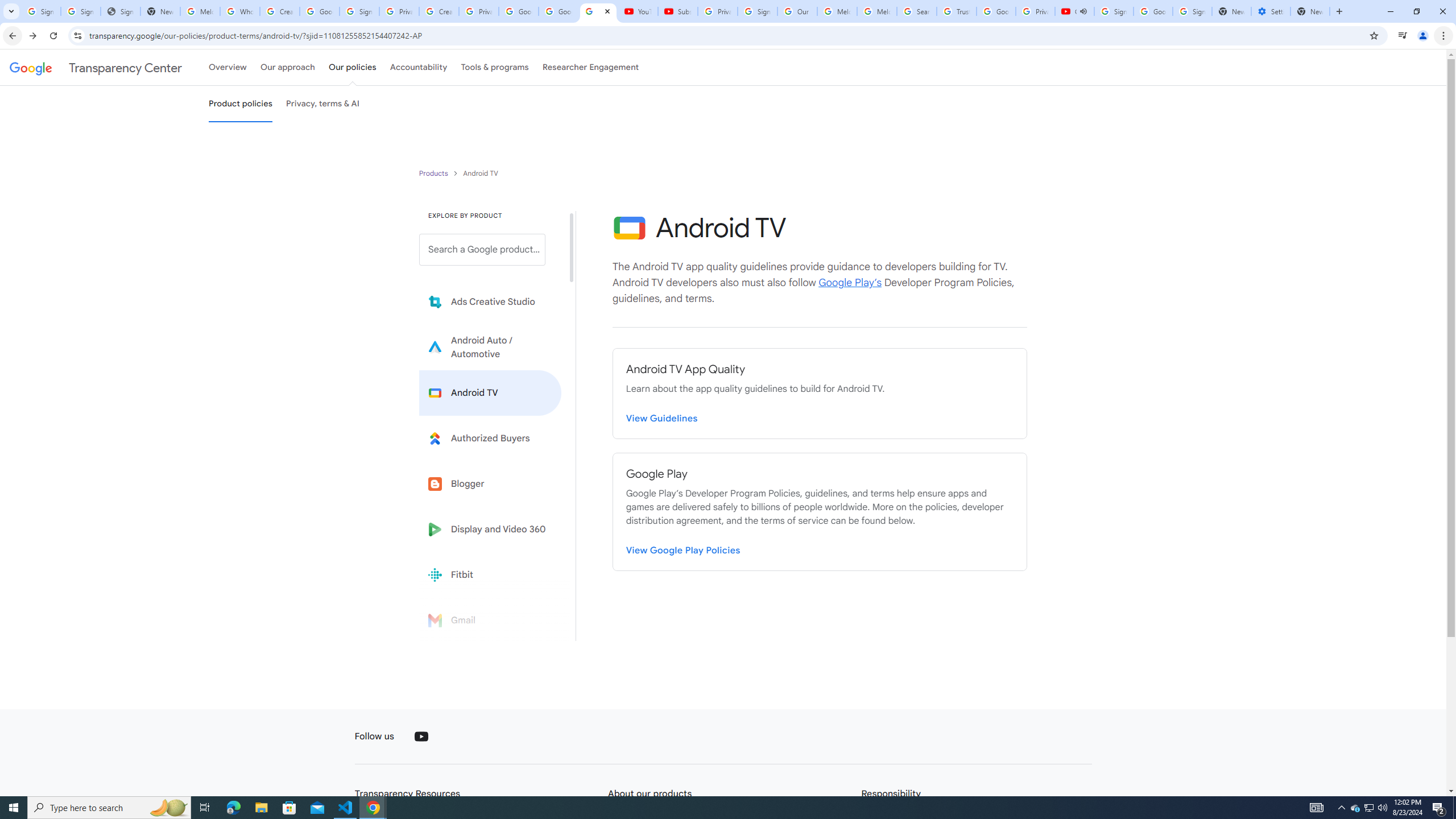 Image resolution: width=1456 pixels, height=819 pixels. I want to click on 'Learn more about Ads Creative Studio', so click(490, 302).